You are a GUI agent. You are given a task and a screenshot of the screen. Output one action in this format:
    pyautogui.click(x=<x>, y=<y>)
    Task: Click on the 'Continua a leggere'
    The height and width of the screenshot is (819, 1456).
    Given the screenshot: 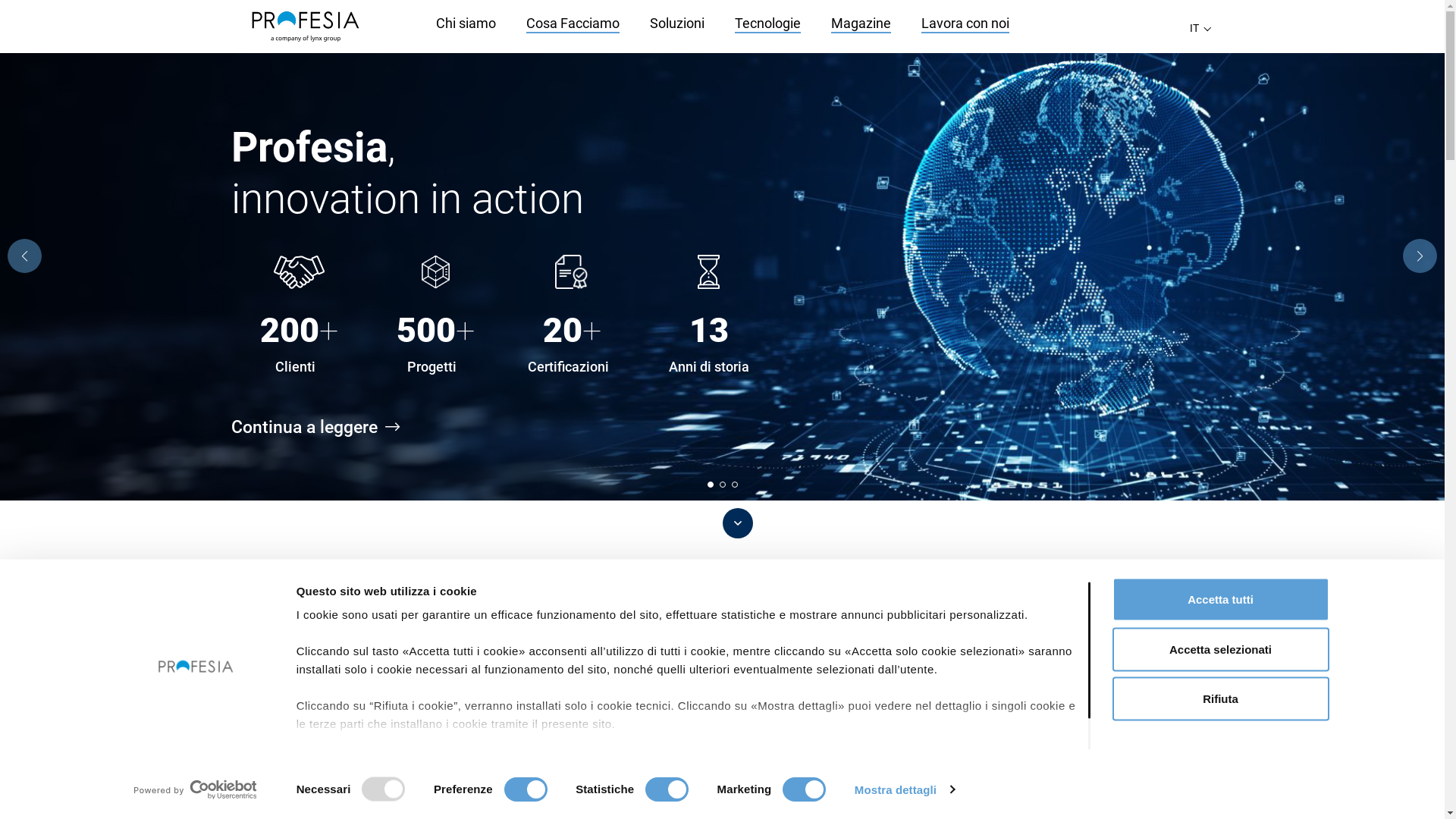 What is the action you would take?
    pyautogui.click(x=325, y=427)
    